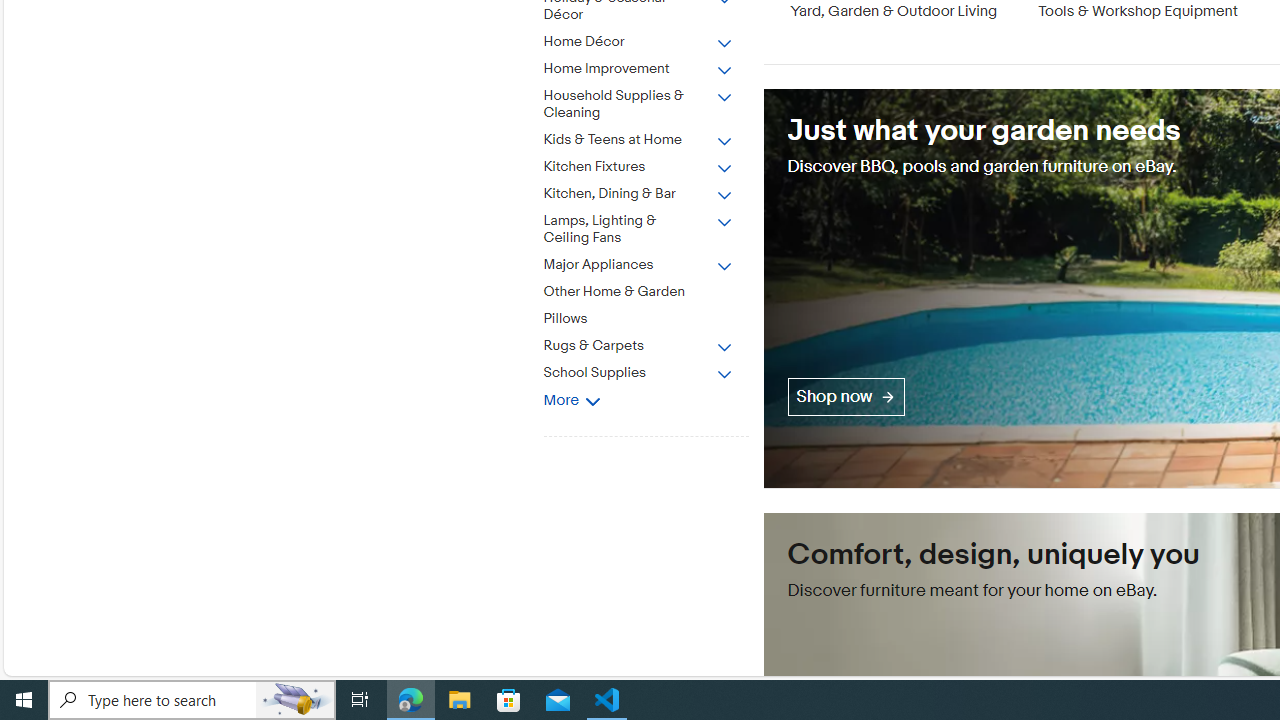 The height and width of the screenshot is (720, 1280). I want to click on 'Kitchen, Dining & Bar', so click(653, 190).